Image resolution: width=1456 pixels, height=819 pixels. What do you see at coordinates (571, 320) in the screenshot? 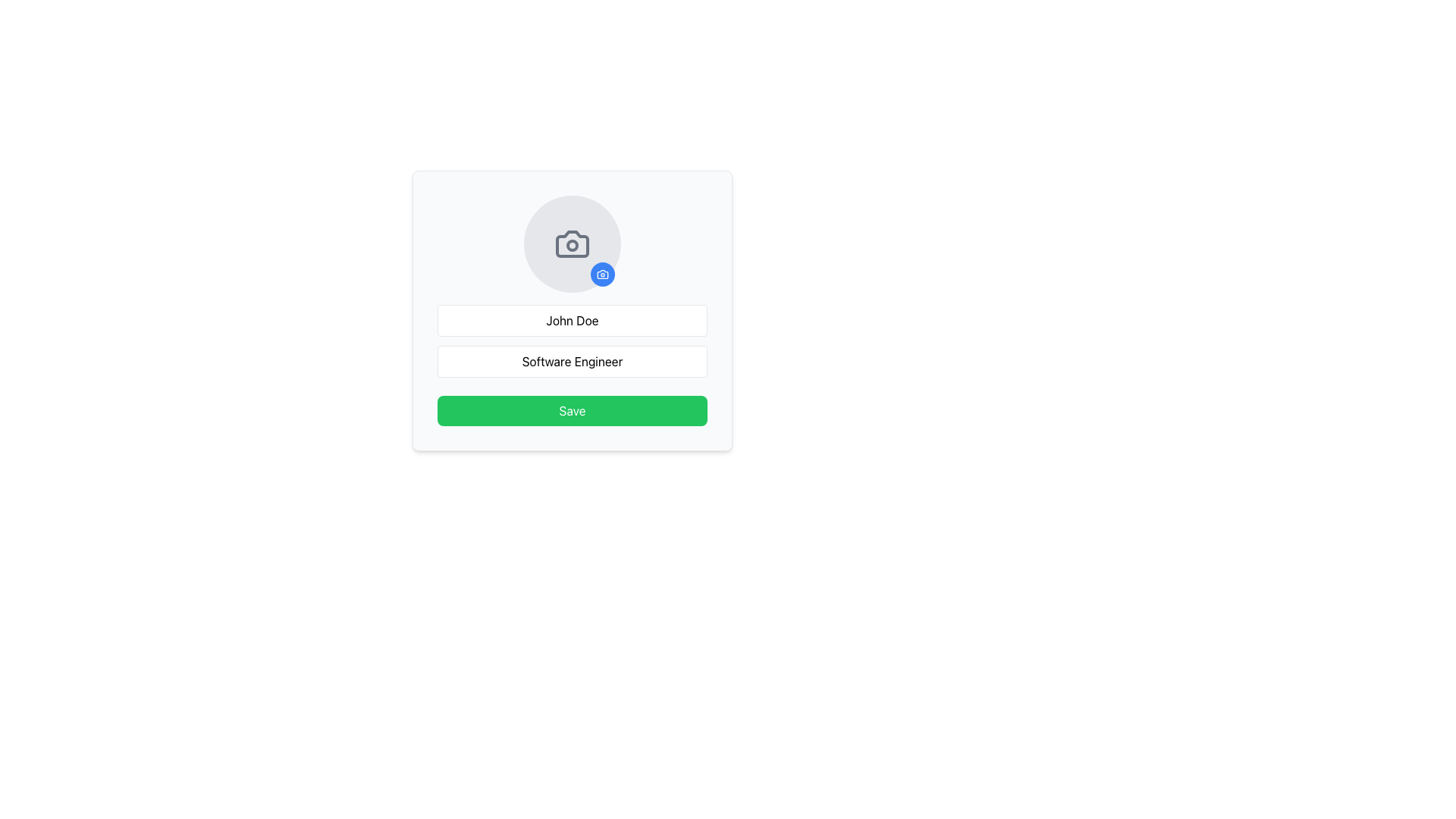
I see `the text input box that displays or edits text with the placeholder 'John Doe', located at the center of the page below the profile picture and above the 'Software Engineer' box` at bounding box center [571, 320].